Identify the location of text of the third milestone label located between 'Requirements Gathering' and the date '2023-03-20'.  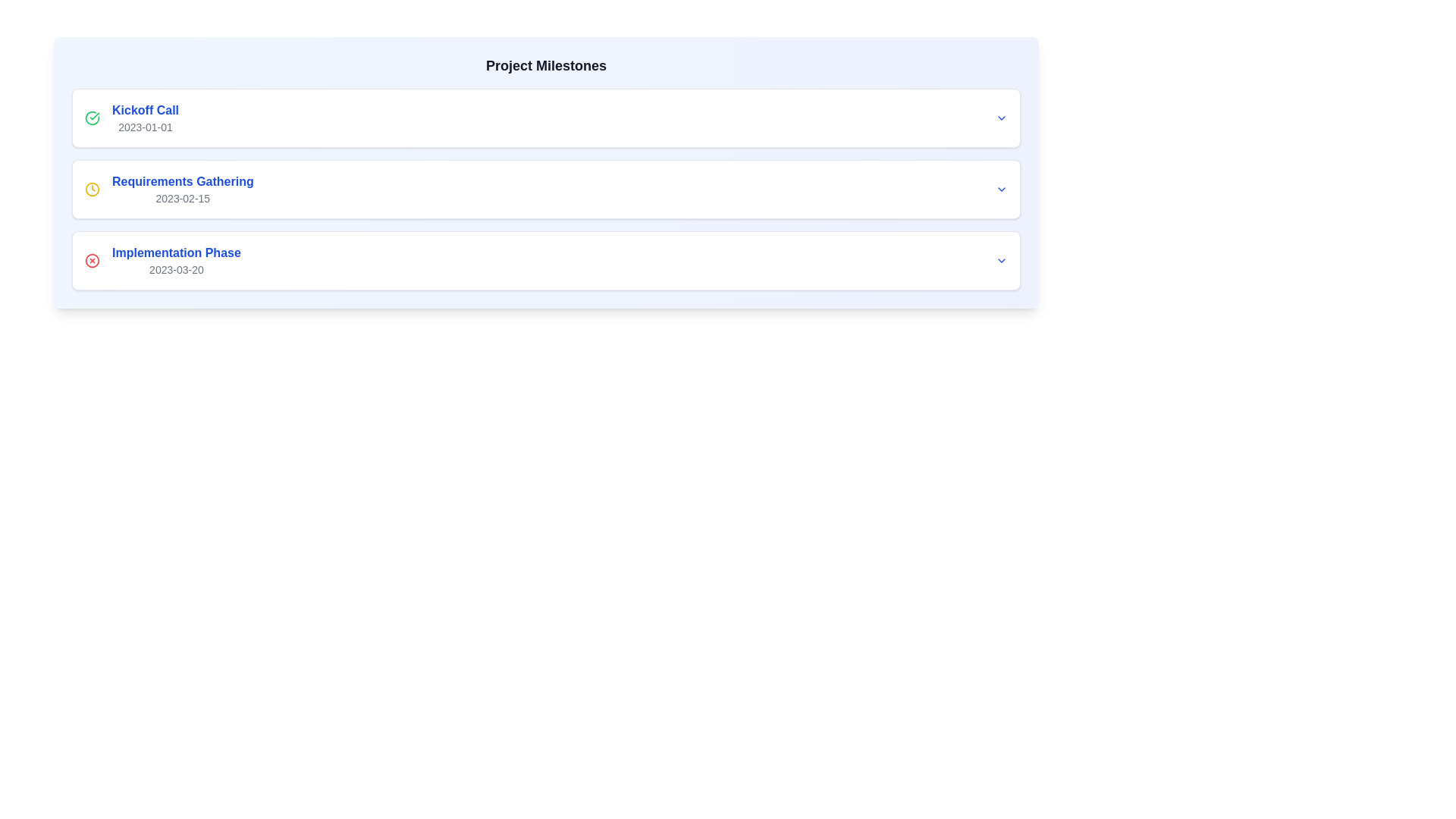
(176, 253).